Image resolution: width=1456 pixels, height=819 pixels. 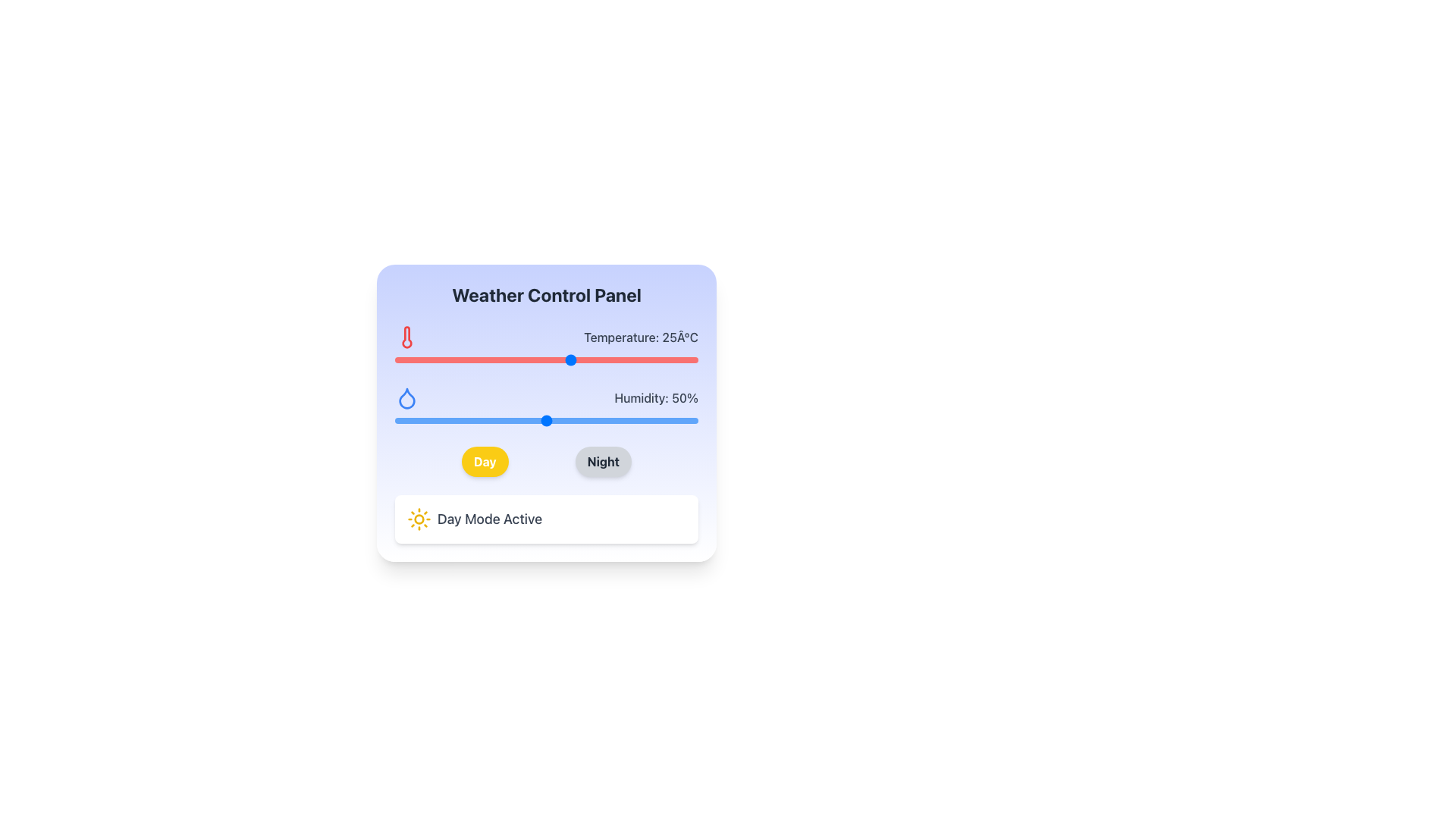 What do you see at coordinates (573, 421) in the screenshot?
I see `humidity level` at bounding box center [573, 421].